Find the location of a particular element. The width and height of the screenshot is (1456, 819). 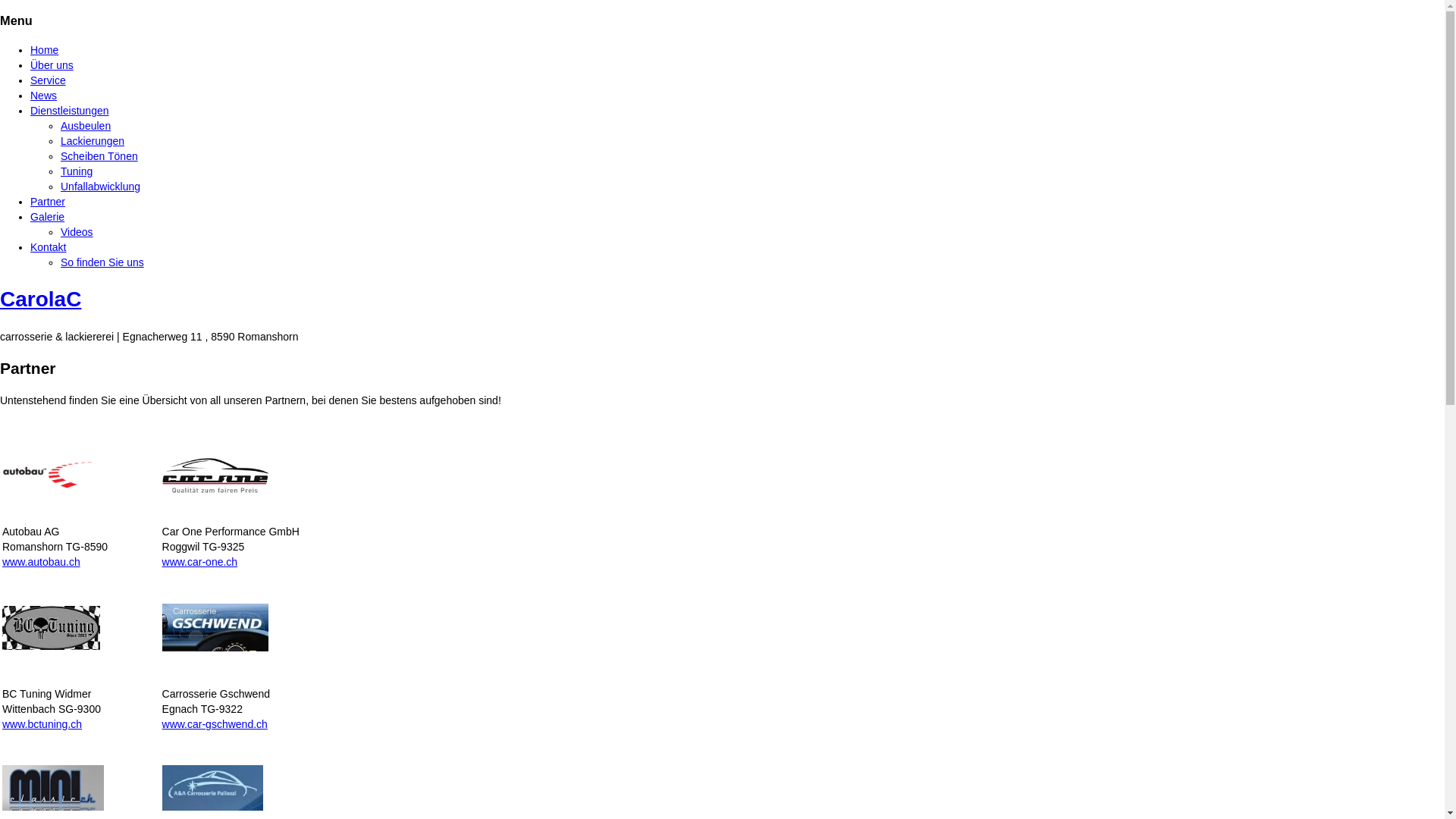

'Unfallabwicklung' is located at coordinates (99, 186).